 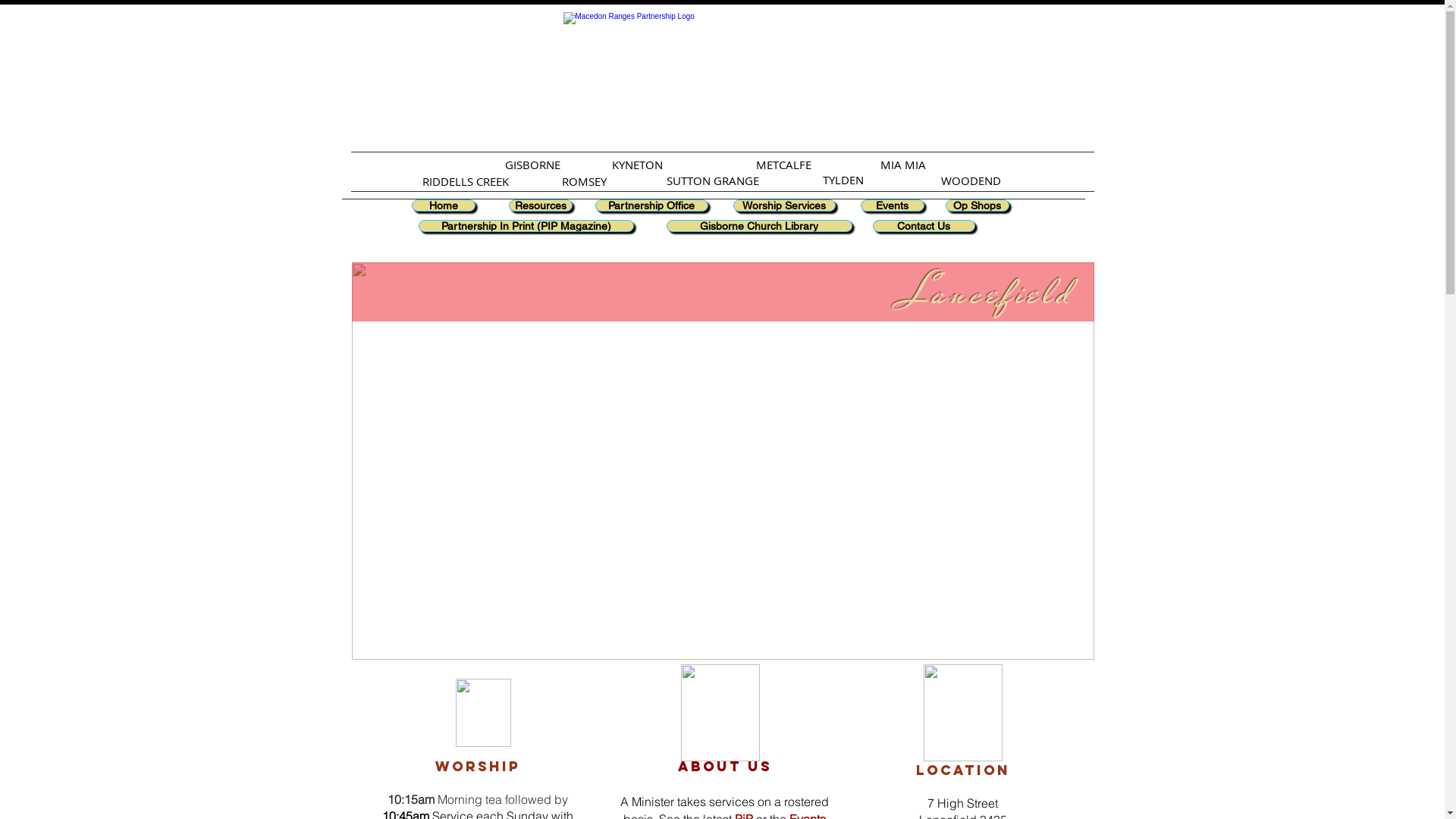 I want to click on 'Home', so click(x=442, y=205).